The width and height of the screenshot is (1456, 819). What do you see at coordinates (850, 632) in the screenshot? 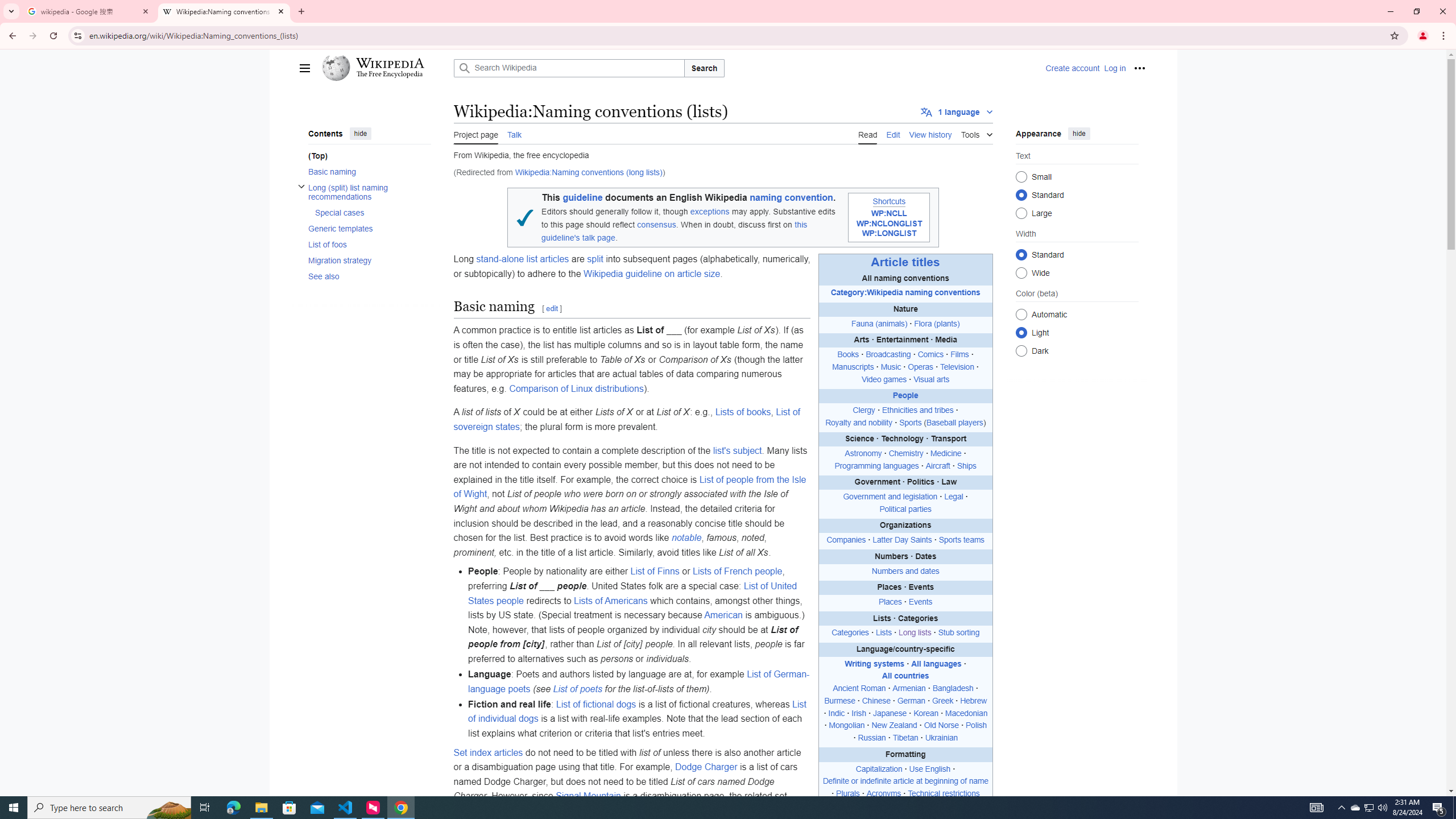
I see `'Categories'` at bounding box center [850, 632].